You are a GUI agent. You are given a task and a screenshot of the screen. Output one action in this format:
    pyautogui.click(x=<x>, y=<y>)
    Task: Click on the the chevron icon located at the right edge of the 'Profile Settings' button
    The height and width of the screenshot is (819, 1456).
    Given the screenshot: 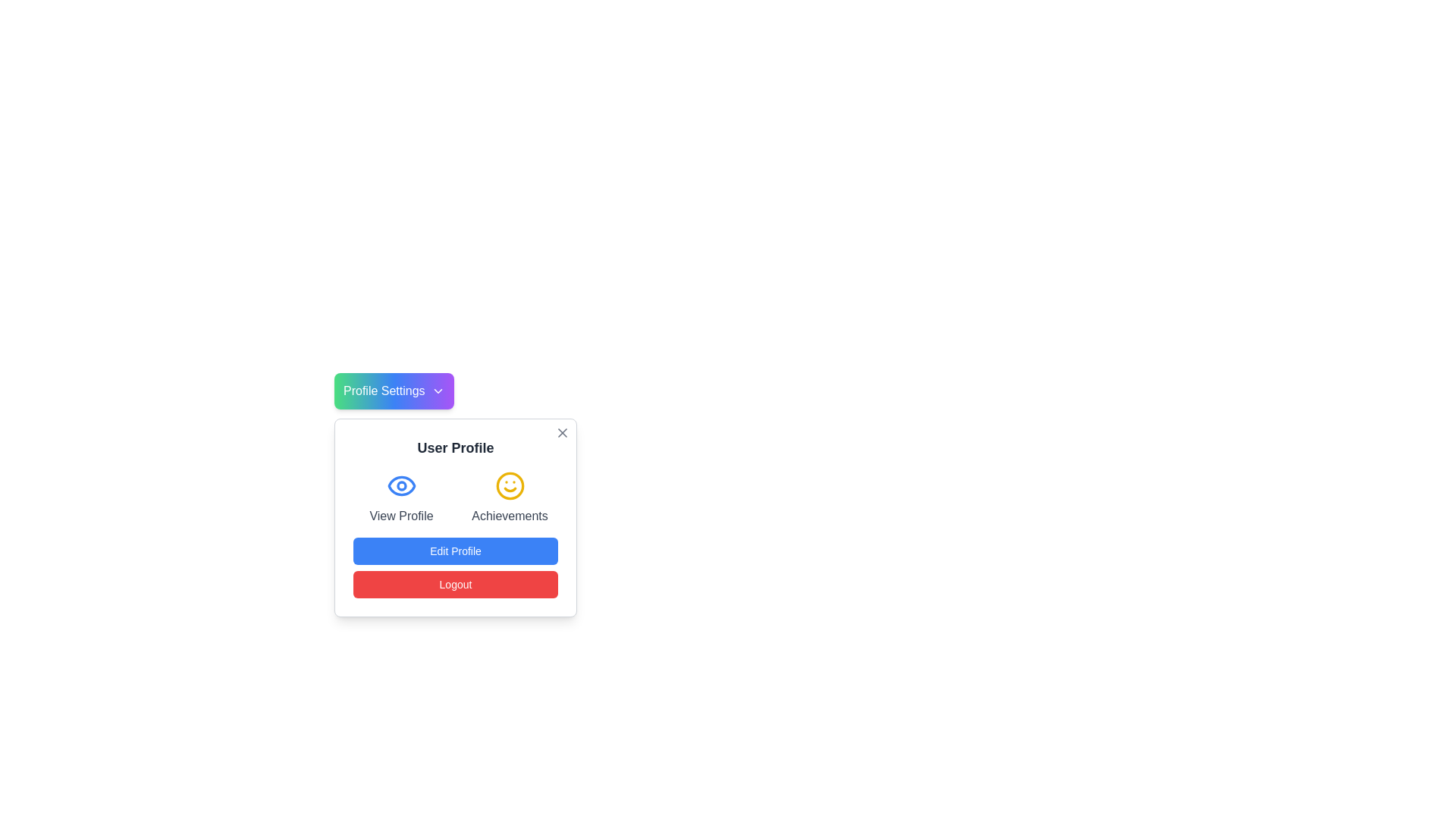 What is the action you would take?
    pyautogui.click(x=437, y=391)
    